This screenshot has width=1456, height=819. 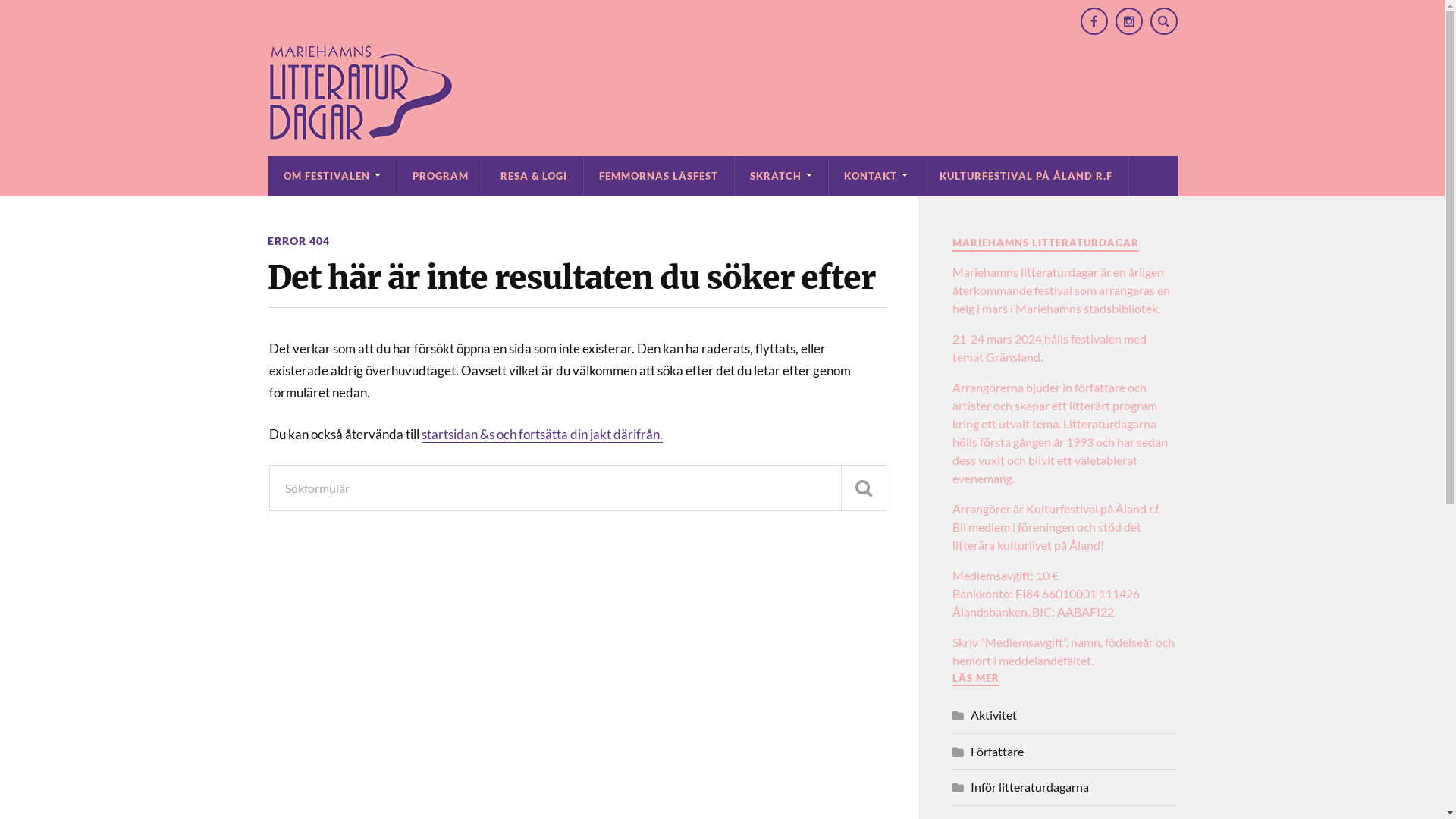 What do you see at coordinates (827, 175) in the screenshot?
I see `'KONTAKT'` at bounding box center [827, 175].